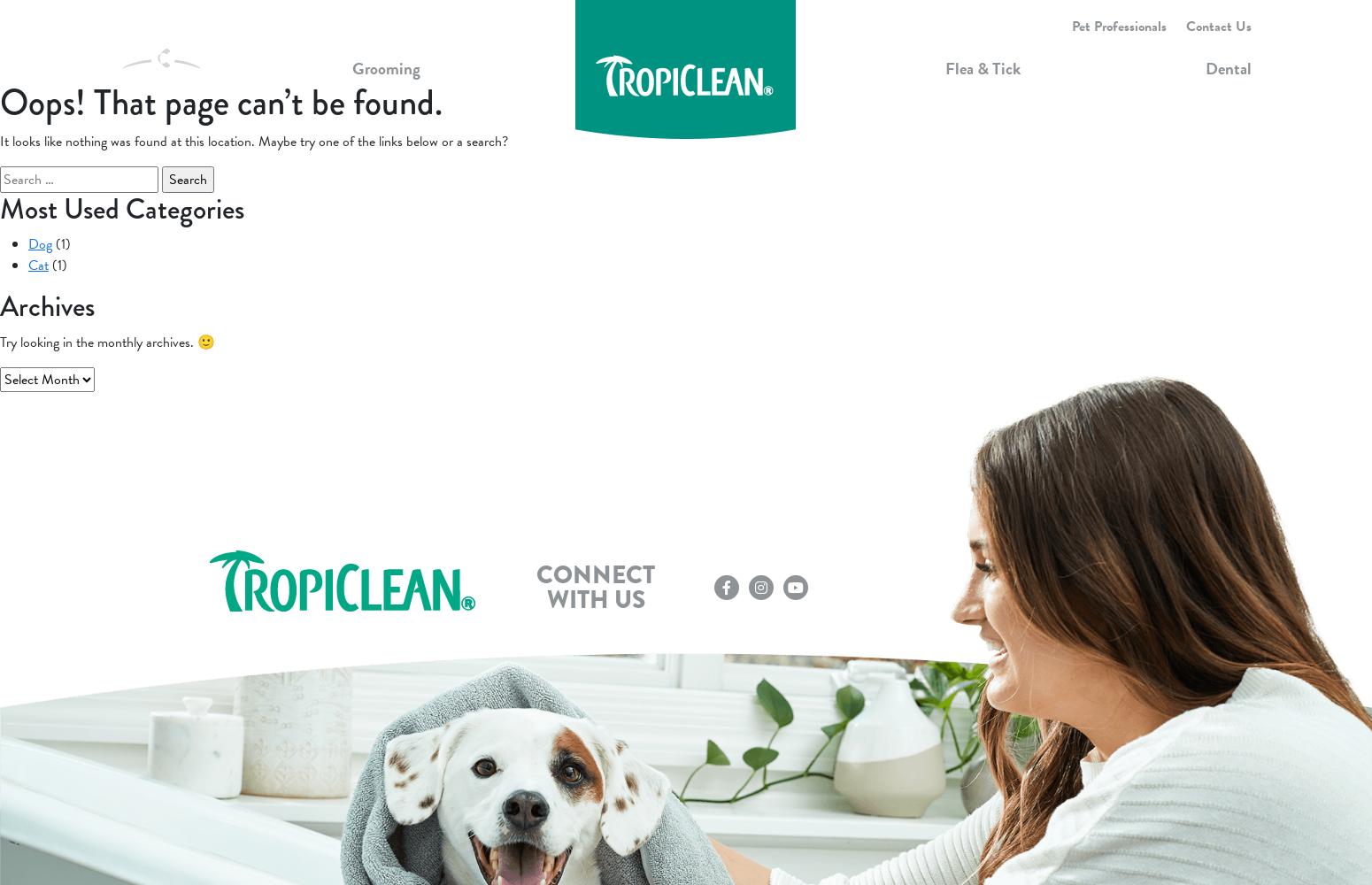 This screenshot has width=1372, height=885. I want to click on 'Cat', so click(37, 265).